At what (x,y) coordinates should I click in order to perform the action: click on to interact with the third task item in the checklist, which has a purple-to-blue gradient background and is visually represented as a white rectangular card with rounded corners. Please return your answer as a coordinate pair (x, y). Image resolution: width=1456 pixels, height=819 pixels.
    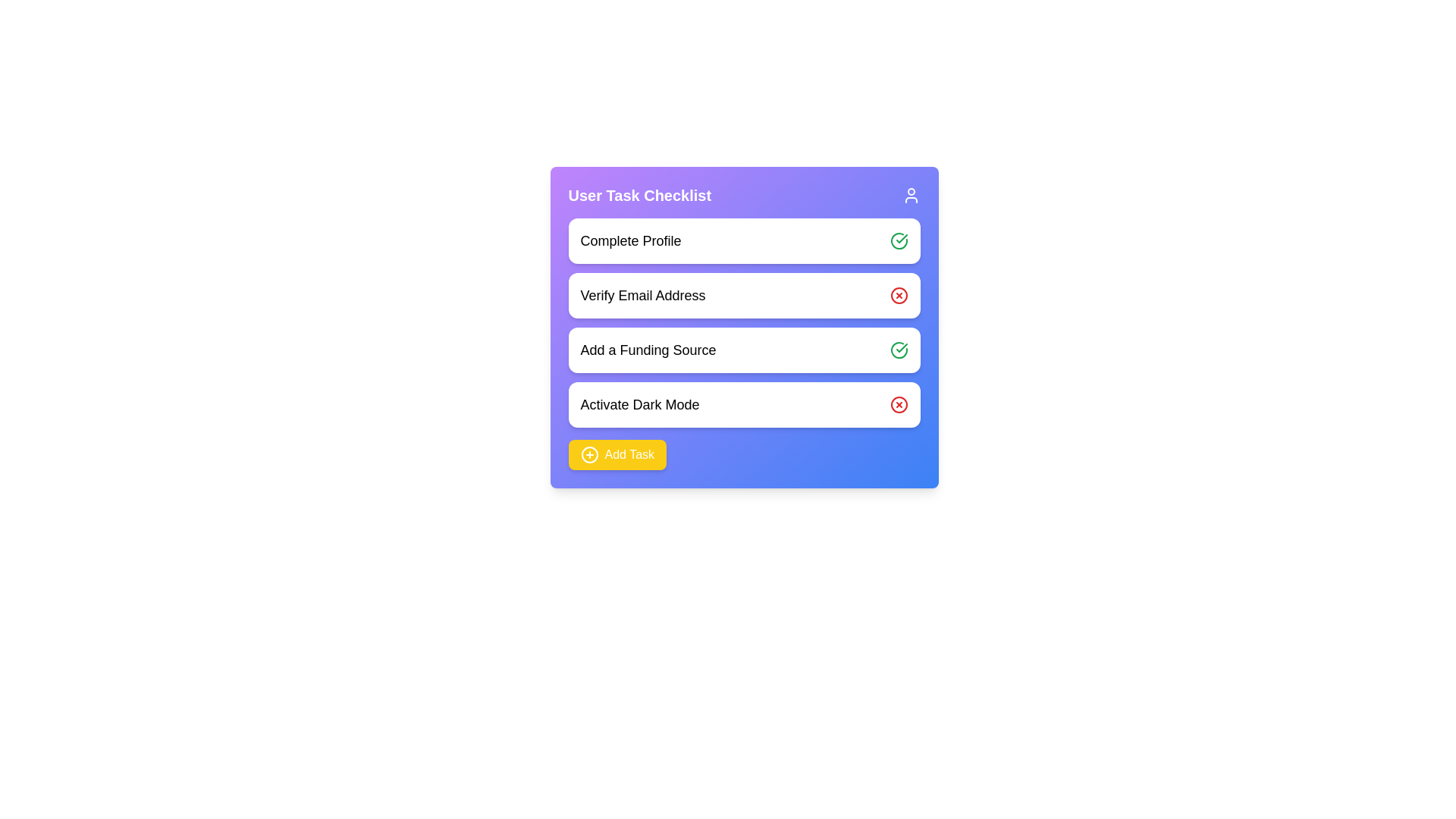
    Looking at the image, I should click on (744, 327).